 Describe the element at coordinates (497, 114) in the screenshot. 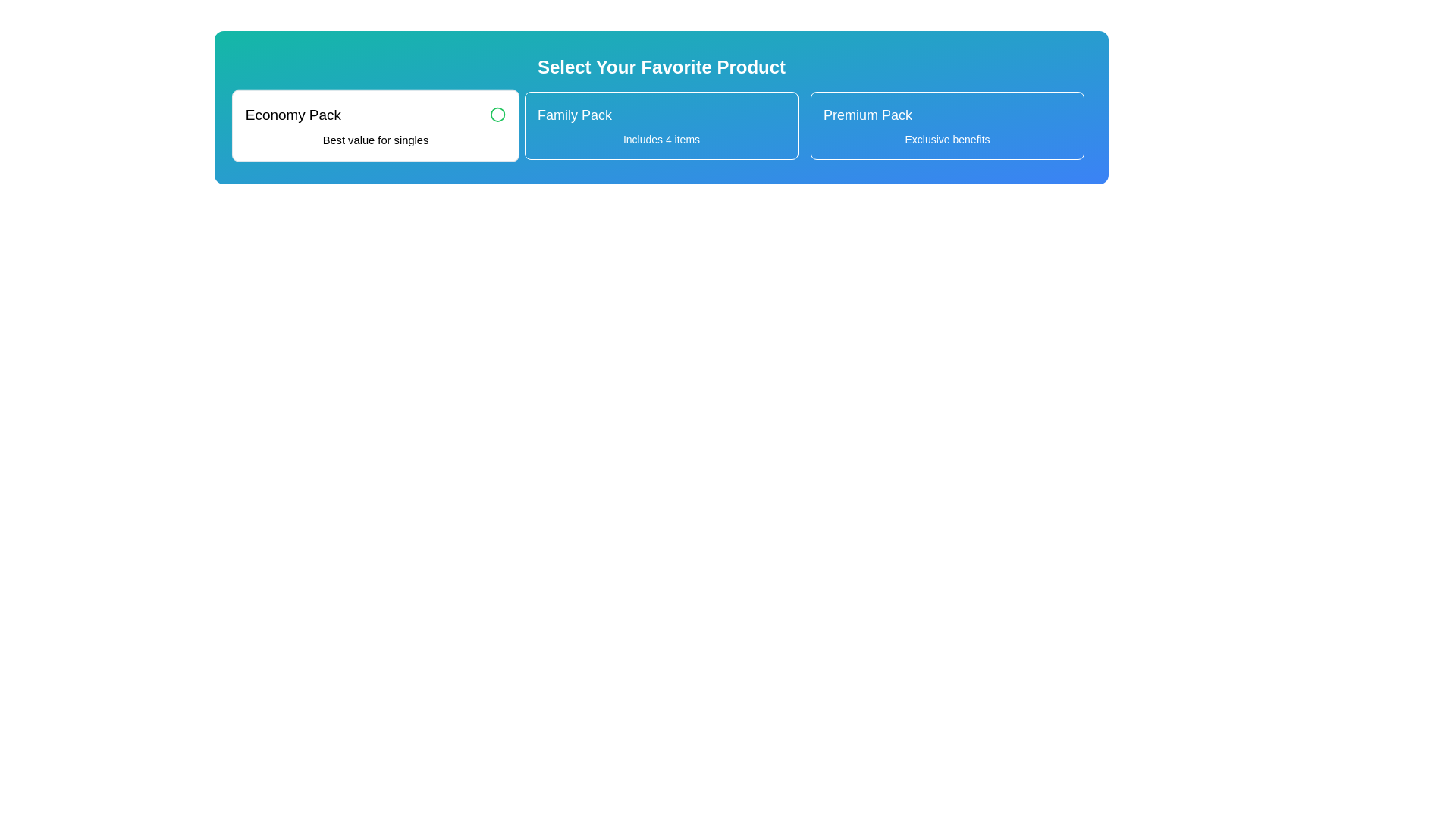

I see `the circular status icon located at the top-right of the 'Economy Pack' card, adjacent to the text 'Economy Pack'` at that location.